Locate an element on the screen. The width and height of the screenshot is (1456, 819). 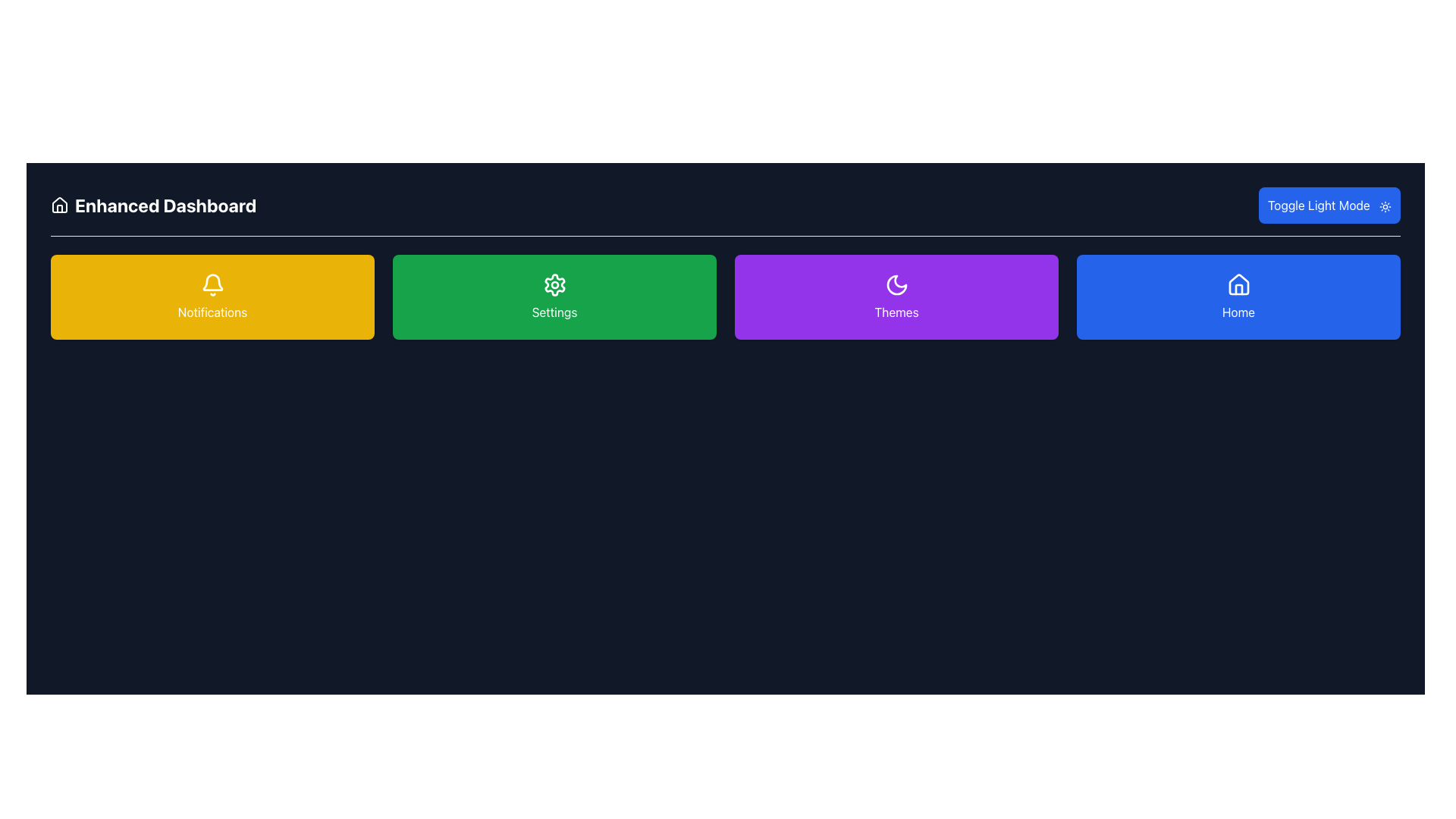
the light mode icon located at the rightmost section of the top bar, which is part of the 'Toggle Light Mode' button is located at coordinates (1385, 206).